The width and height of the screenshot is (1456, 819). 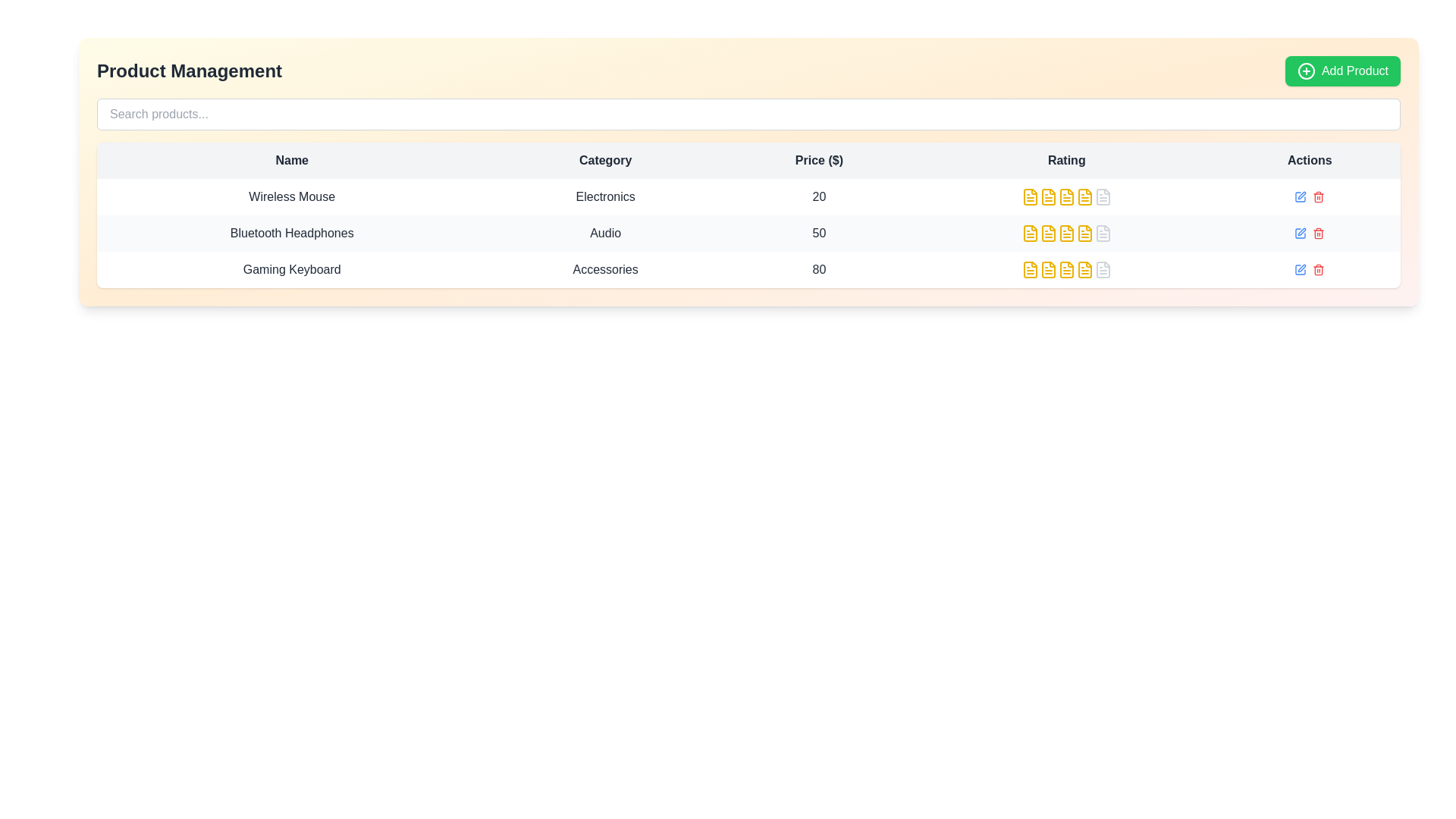 I want to click on the small red trash can icon in the 'Actions' column of the third row of the table, so click(x=1318, y=268).